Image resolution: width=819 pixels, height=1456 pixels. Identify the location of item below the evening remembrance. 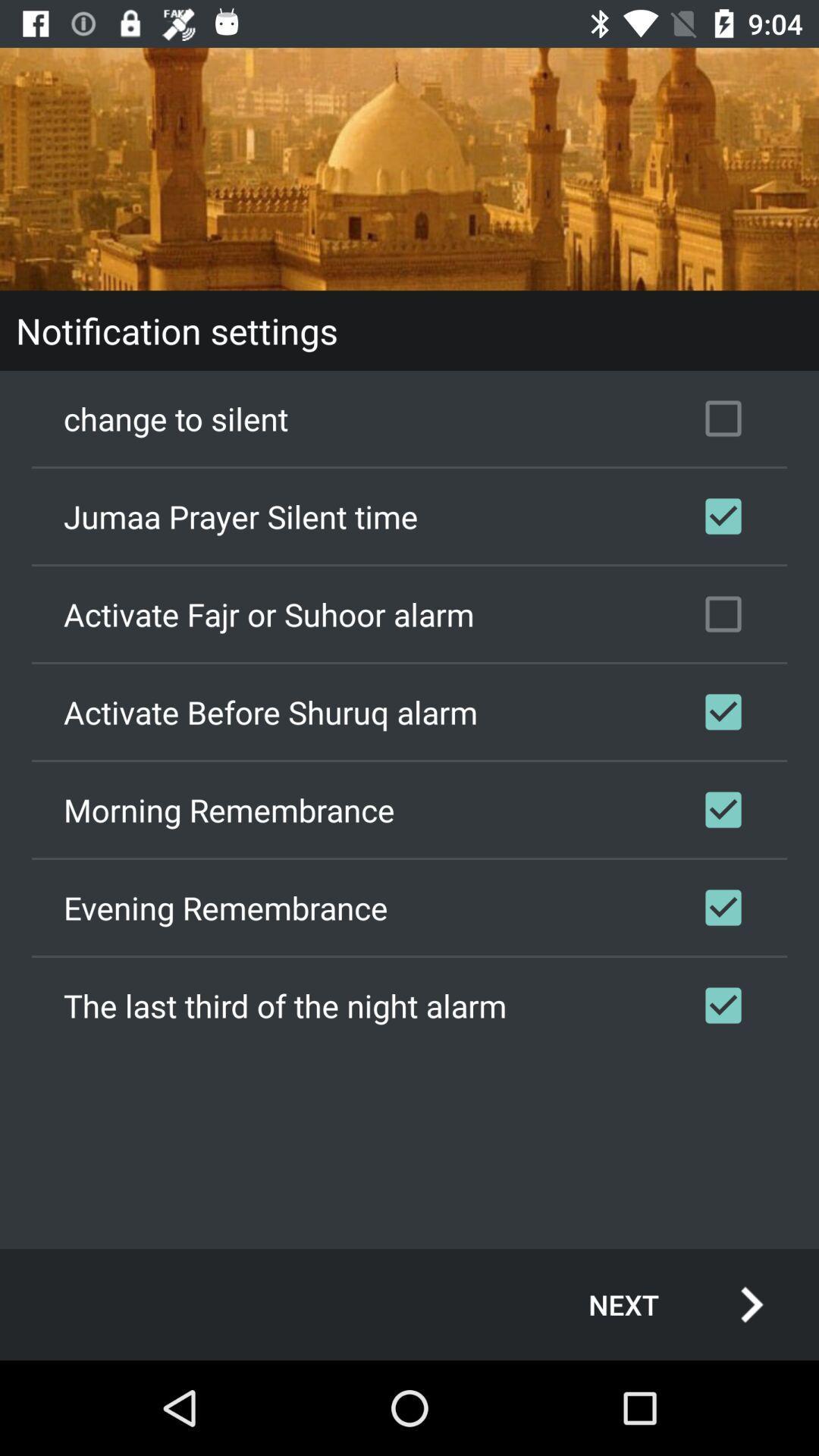
(409, 1005).